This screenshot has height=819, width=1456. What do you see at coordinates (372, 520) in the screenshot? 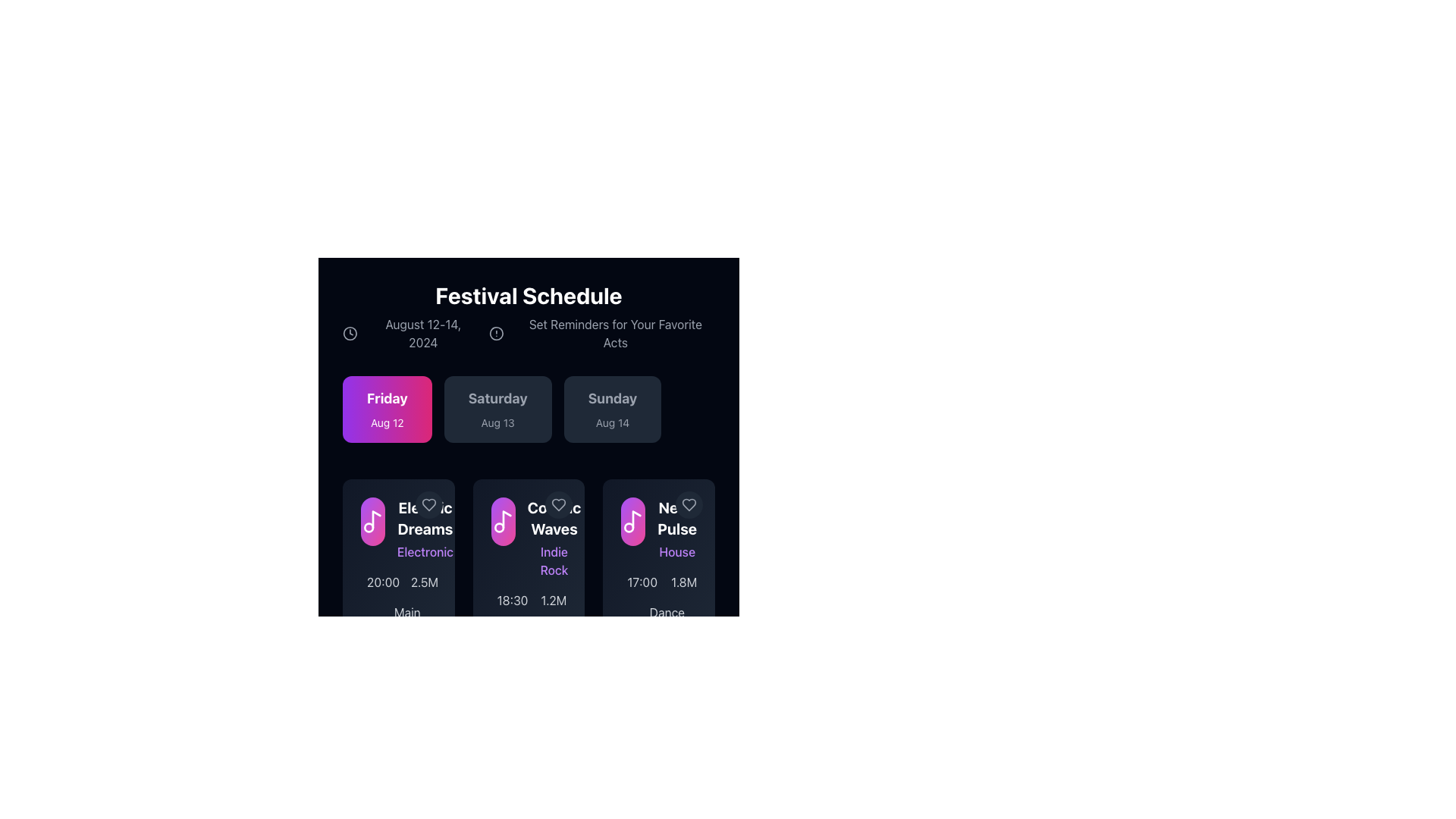
I see `the Icon button representing the 'Electric Dreams' musical track from its position in the top-left corner` at bounding box center [372, 520].